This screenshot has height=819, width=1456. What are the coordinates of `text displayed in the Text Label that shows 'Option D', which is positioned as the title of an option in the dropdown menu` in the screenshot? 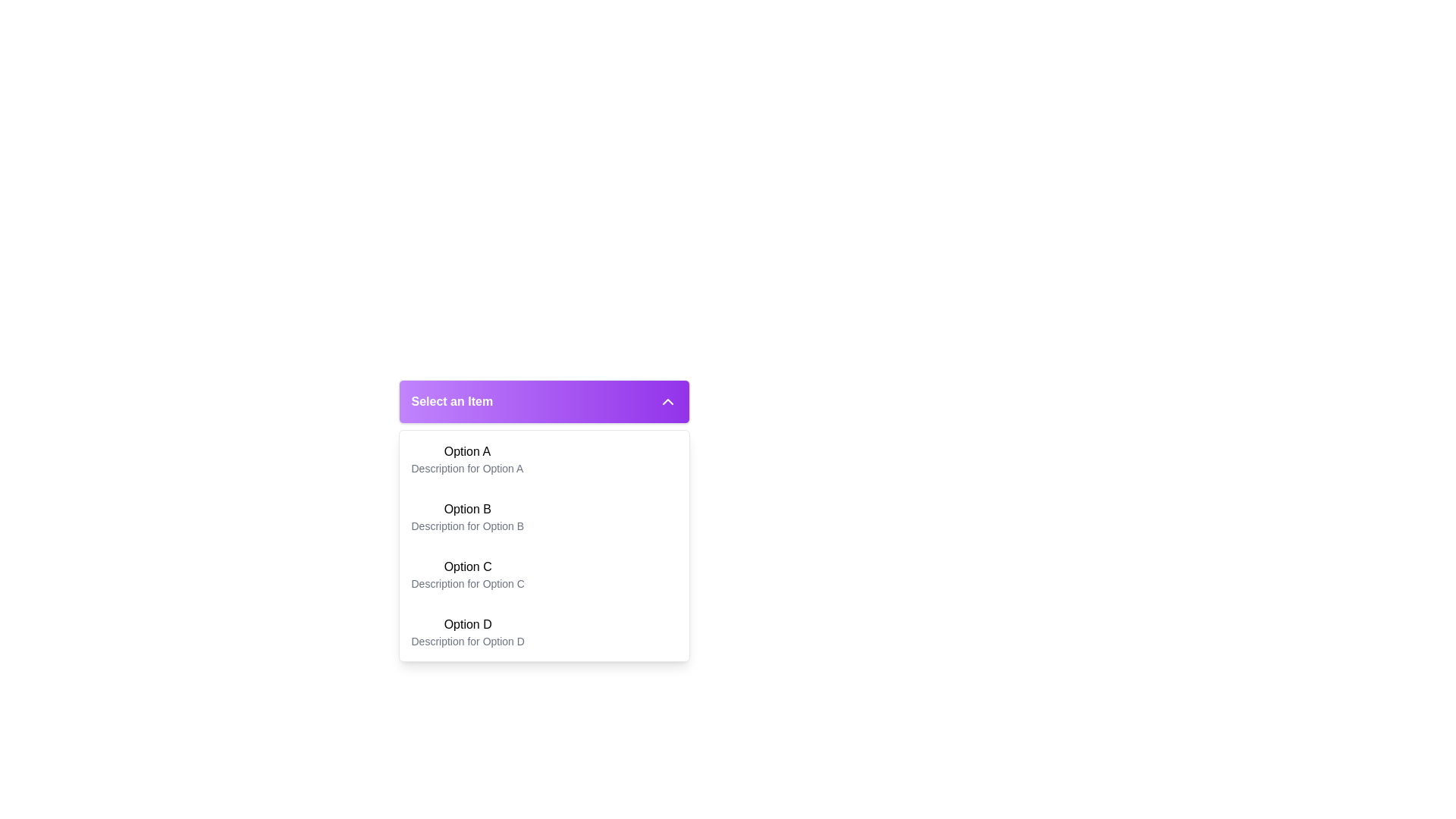 It's located at (467, 625).